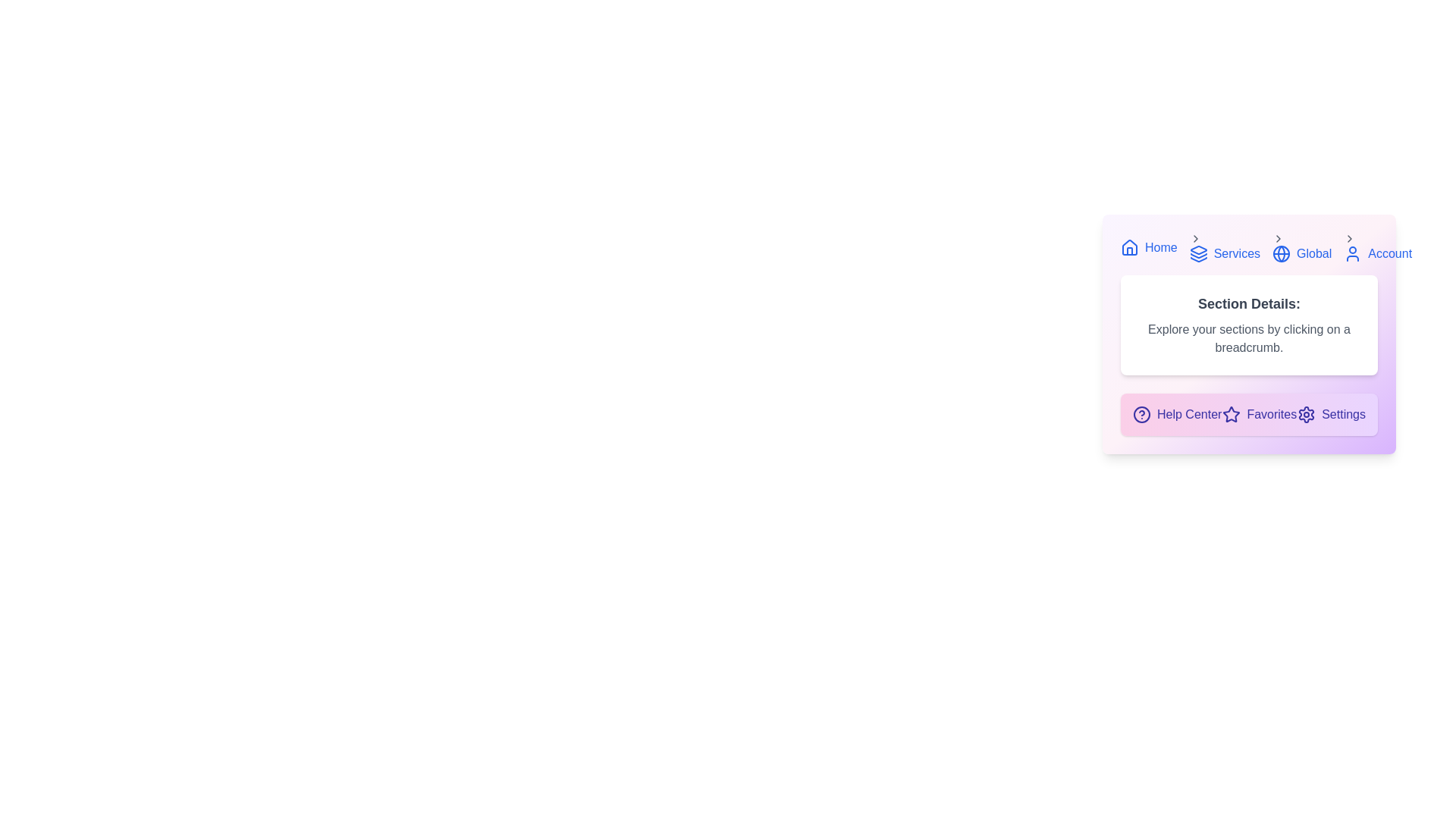 This screenshot has width=1456, height=819. I want to click on the icon that resembles layered geometry in the breadcrumb navigation, located between the 'Home' icon and the 'Services' text label, so click(1197, 249).